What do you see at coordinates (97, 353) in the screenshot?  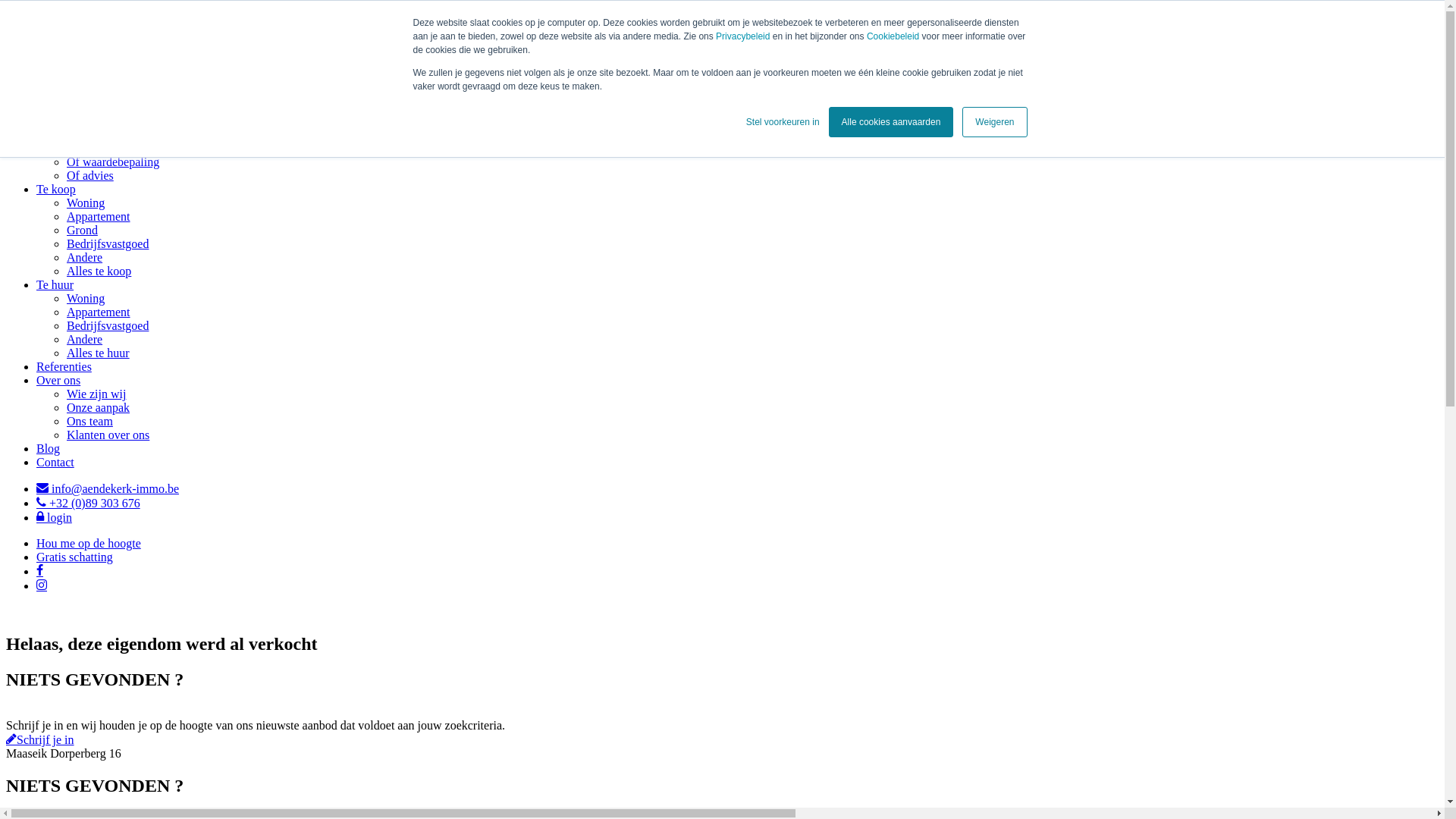 I see `'Alles te huur'` at bounding box center [97, 353].